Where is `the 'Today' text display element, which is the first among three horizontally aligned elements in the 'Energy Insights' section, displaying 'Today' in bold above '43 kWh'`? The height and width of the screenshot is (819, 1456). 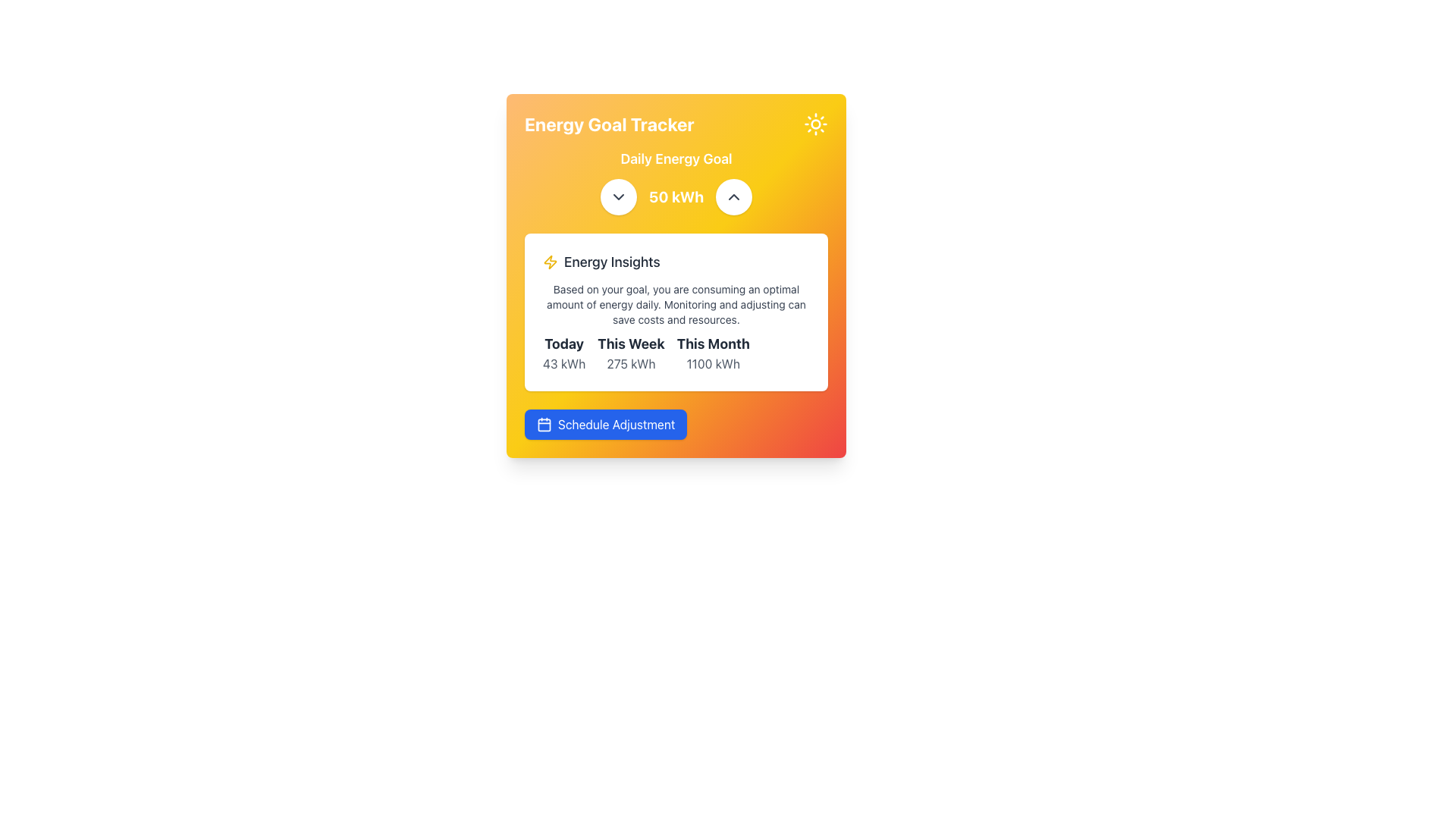 the 'Today' text display element, which is the first among three horizontally aligned elements in the 'Energy Insights' section, displaying 'Today' in bold above '43 kWh' is located at coordinates (563, 353).